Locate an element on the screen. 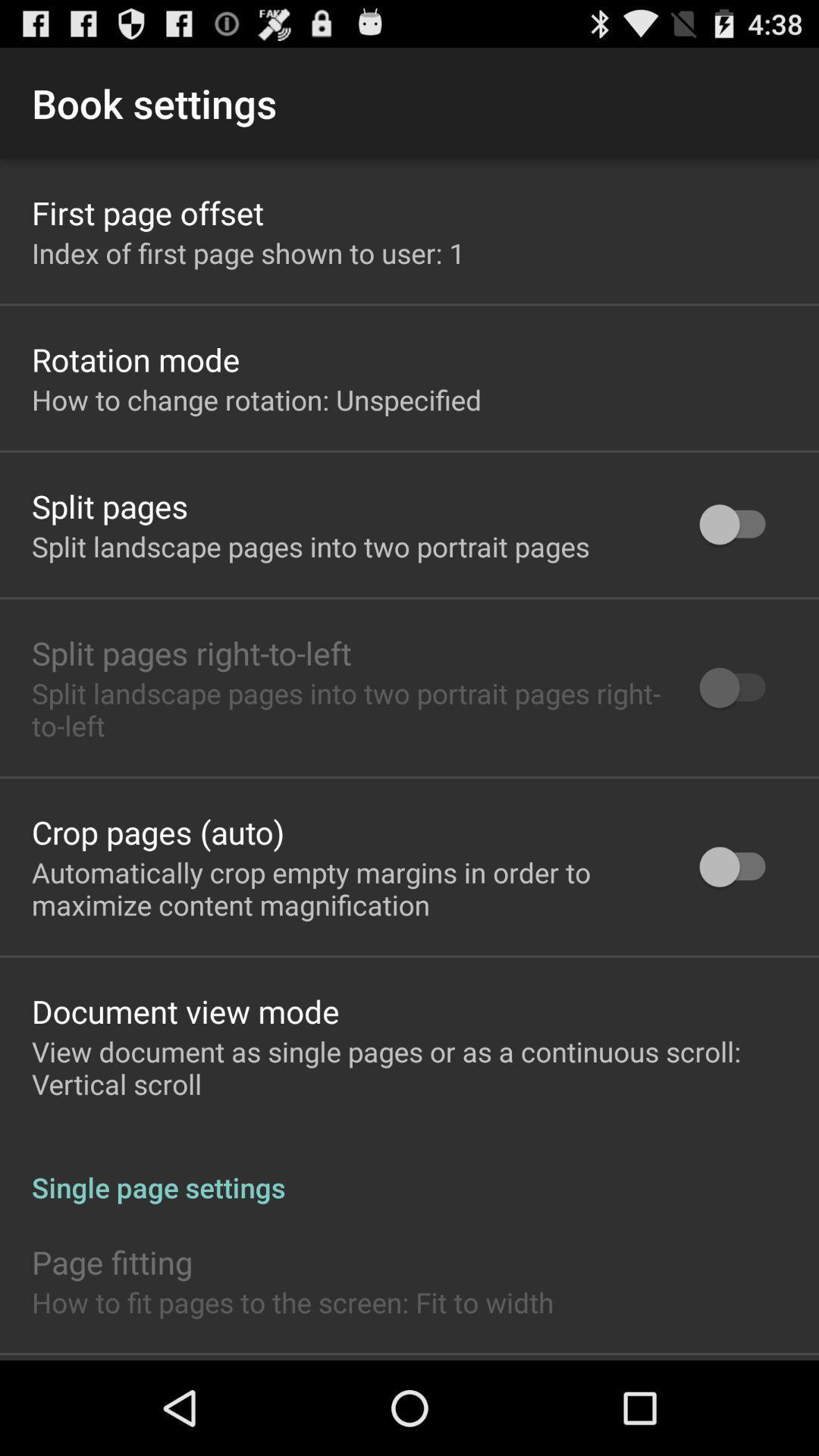 This screenshot has width=819, height=1456. the app above the page fitting is located at coordinates (409, 1171).